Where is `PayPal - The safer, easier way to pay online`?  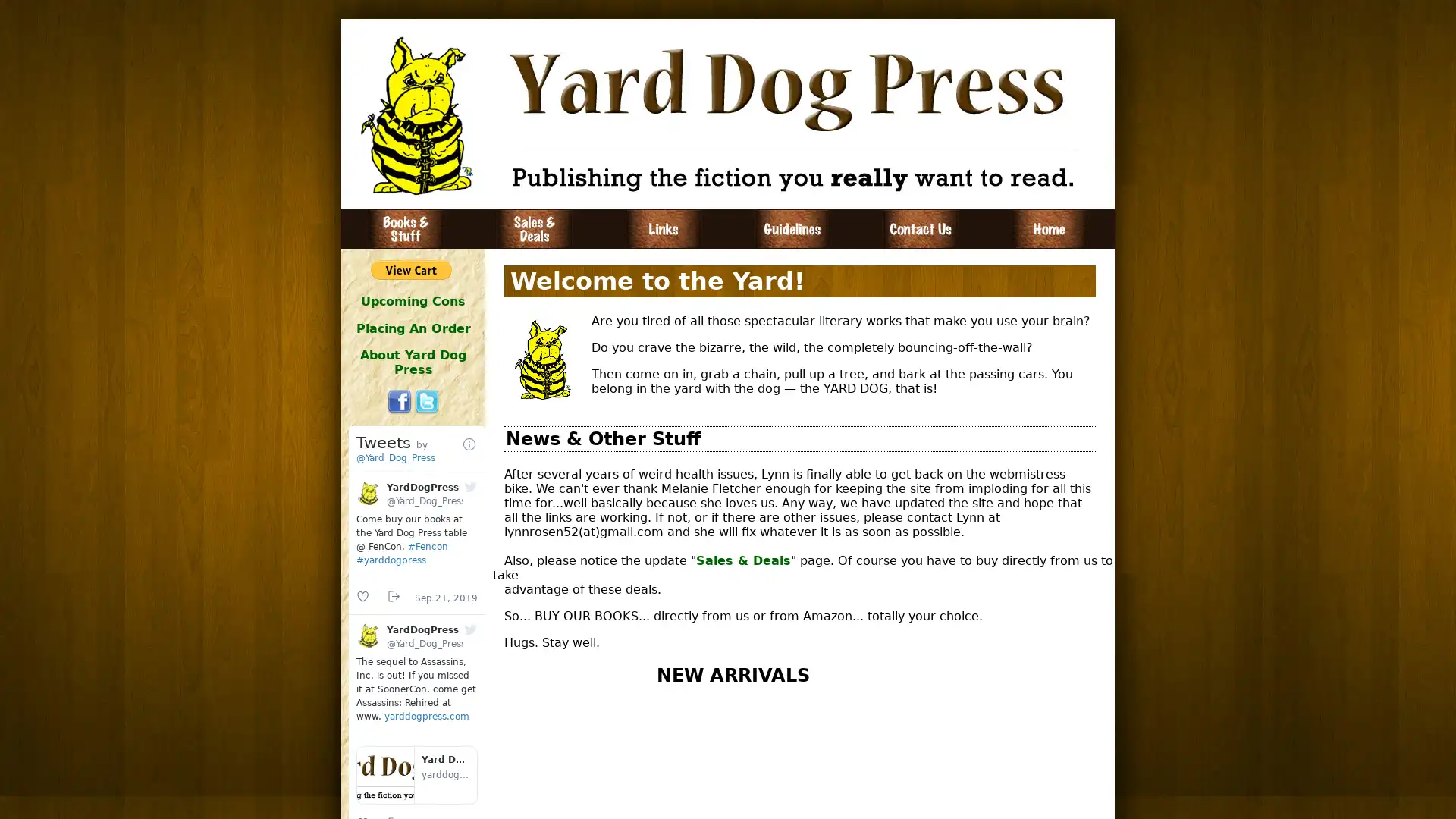 PayPal - The safer, easier way to pay online is located at coordinates (411, 268).